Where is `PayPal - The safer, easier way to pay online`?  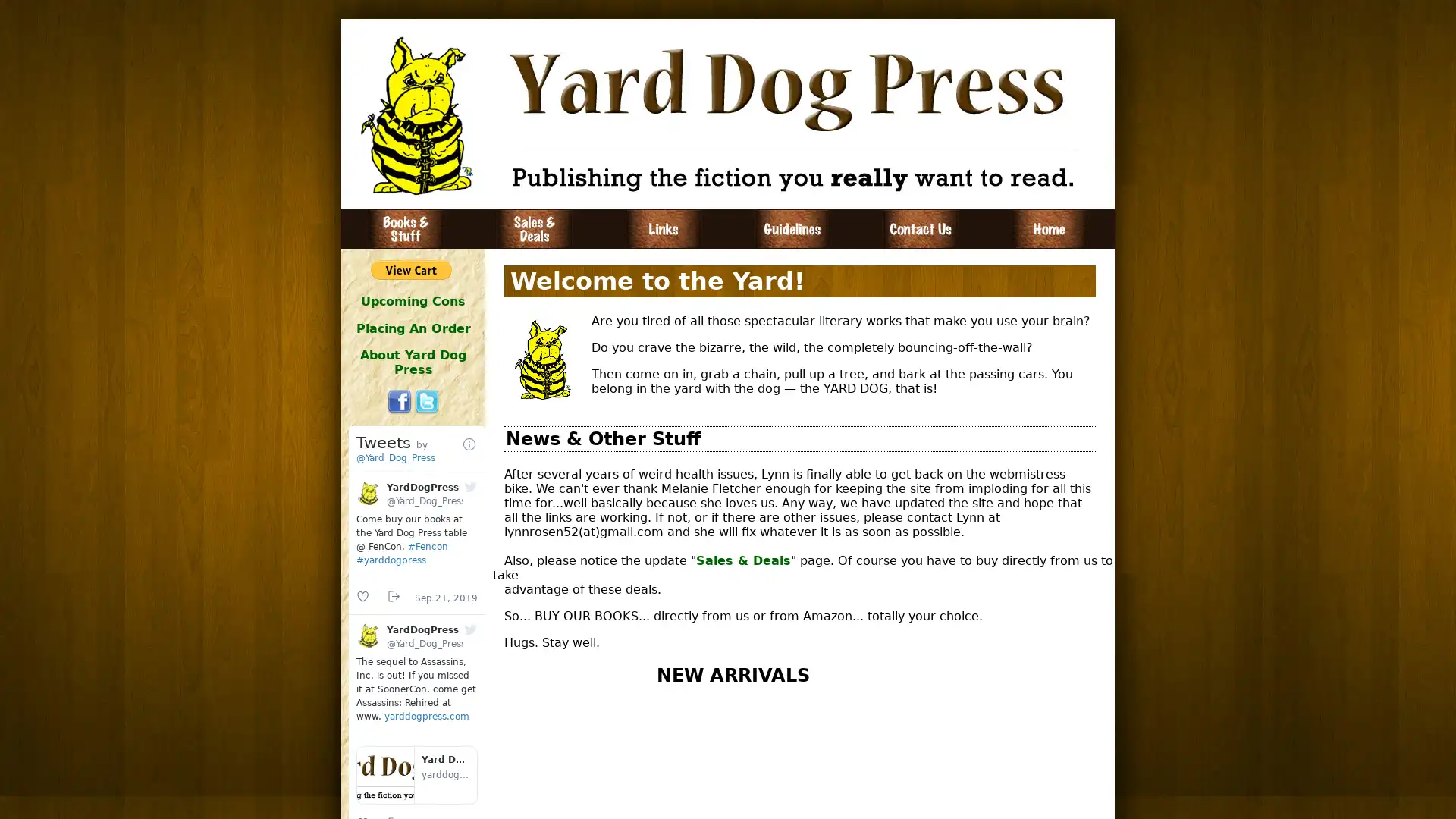 PayPal - The safer, easier way to pay online is located at coordinates (411, 268).